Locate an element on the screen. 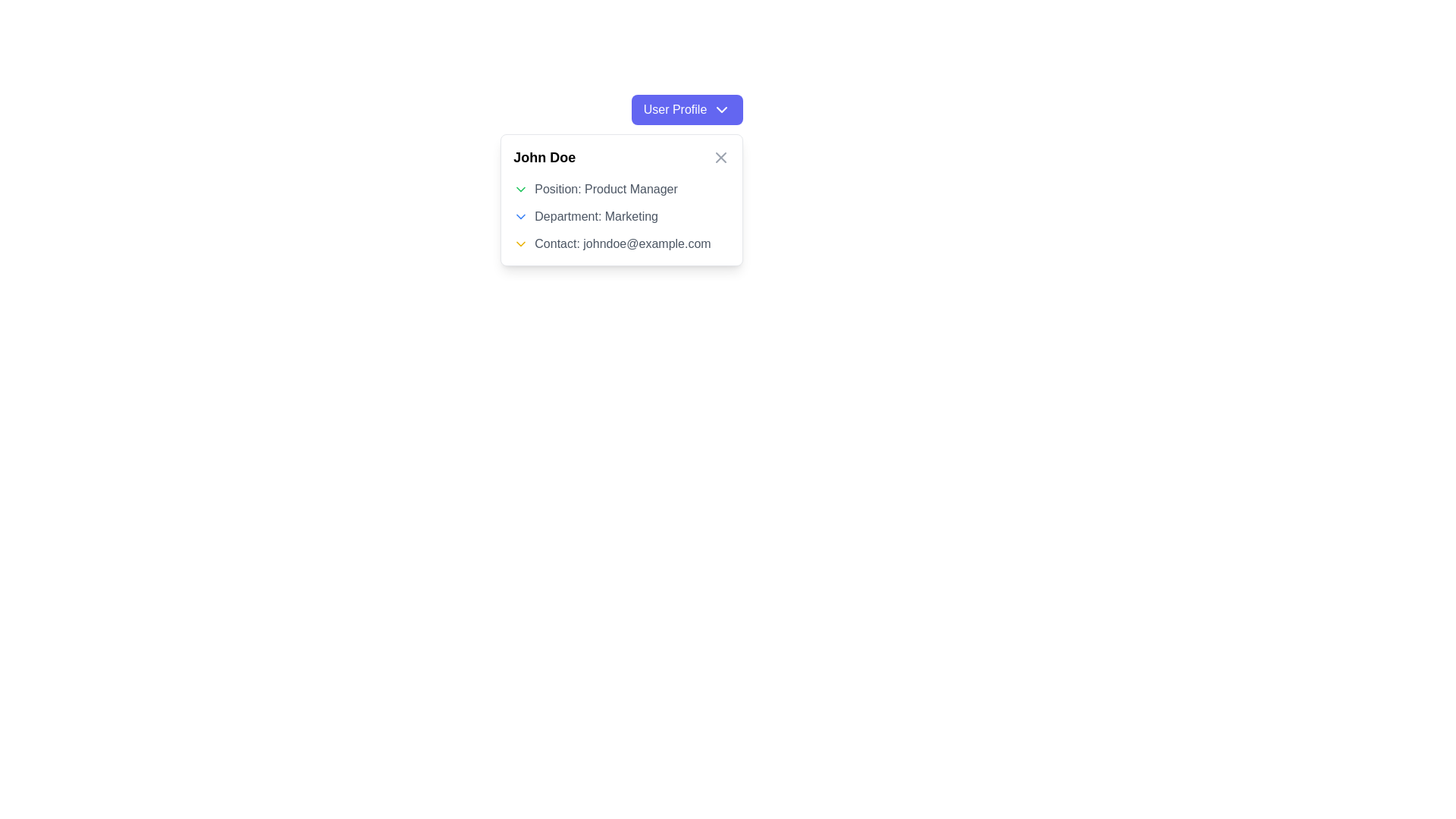  the downward-pointing chevron icon that precedes the text 'Position: Product Manager' is located at coordinates (521, 189).